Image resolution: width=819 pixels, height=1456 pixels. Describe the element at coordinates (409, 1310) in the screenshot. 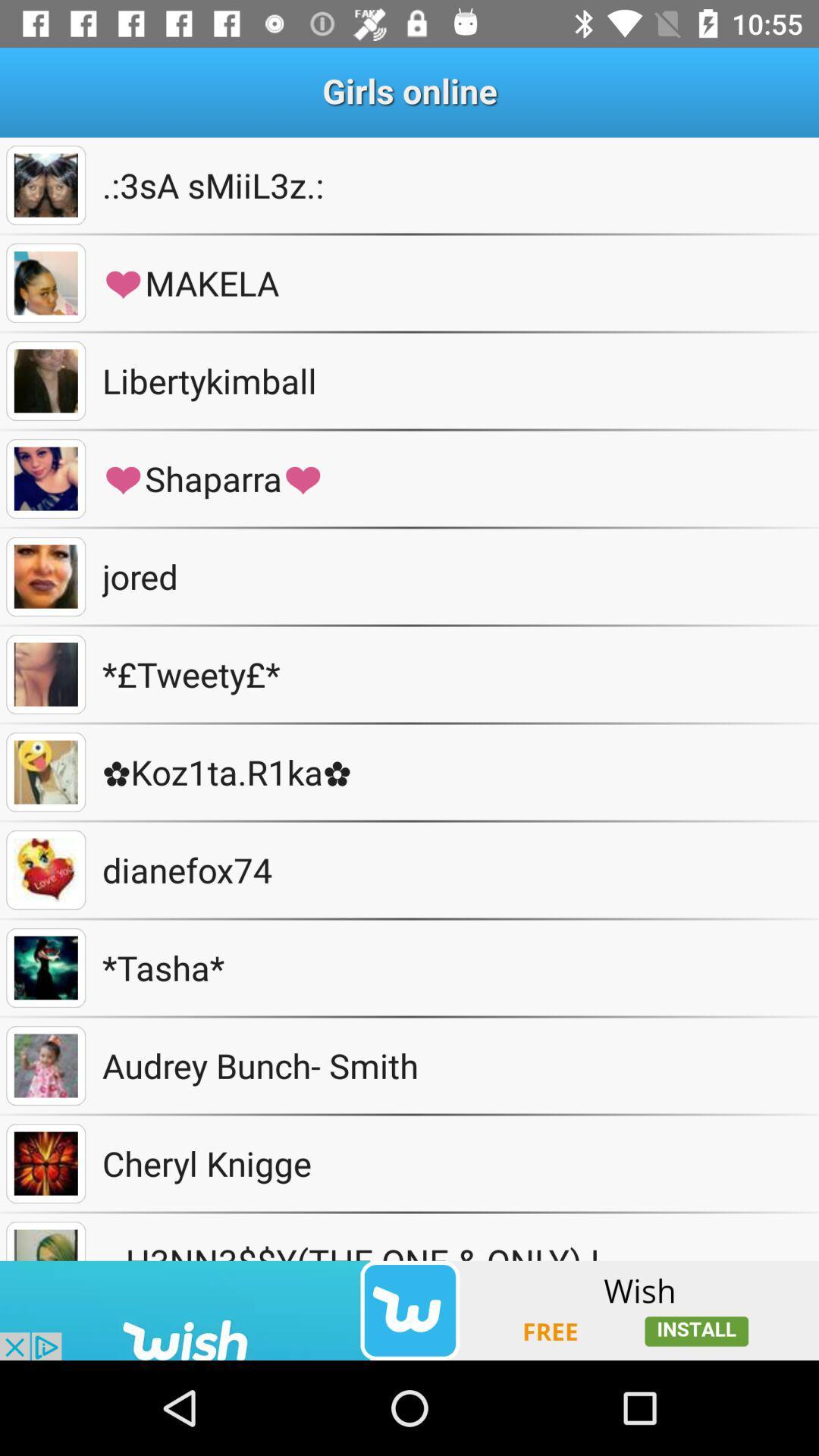

I see `to view add` at that location.